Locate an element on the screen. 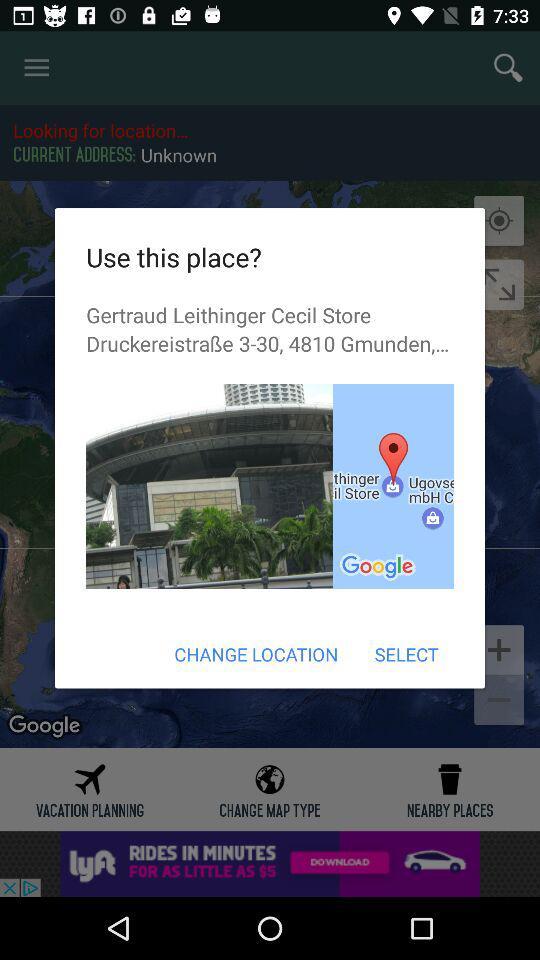 The image size is (540, 960). the icon above change location item is located at coordinates (393, 485).